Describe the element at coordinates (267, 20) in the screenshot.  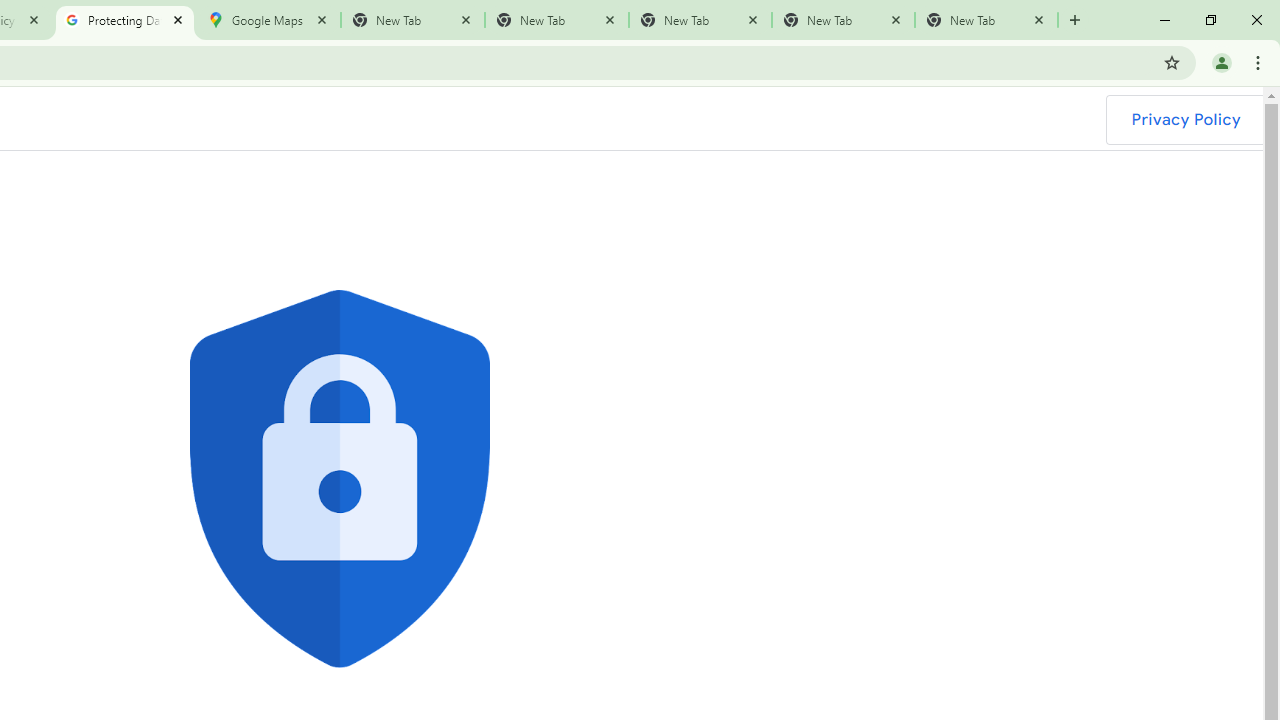
I see `'Google Maps'` at that location.